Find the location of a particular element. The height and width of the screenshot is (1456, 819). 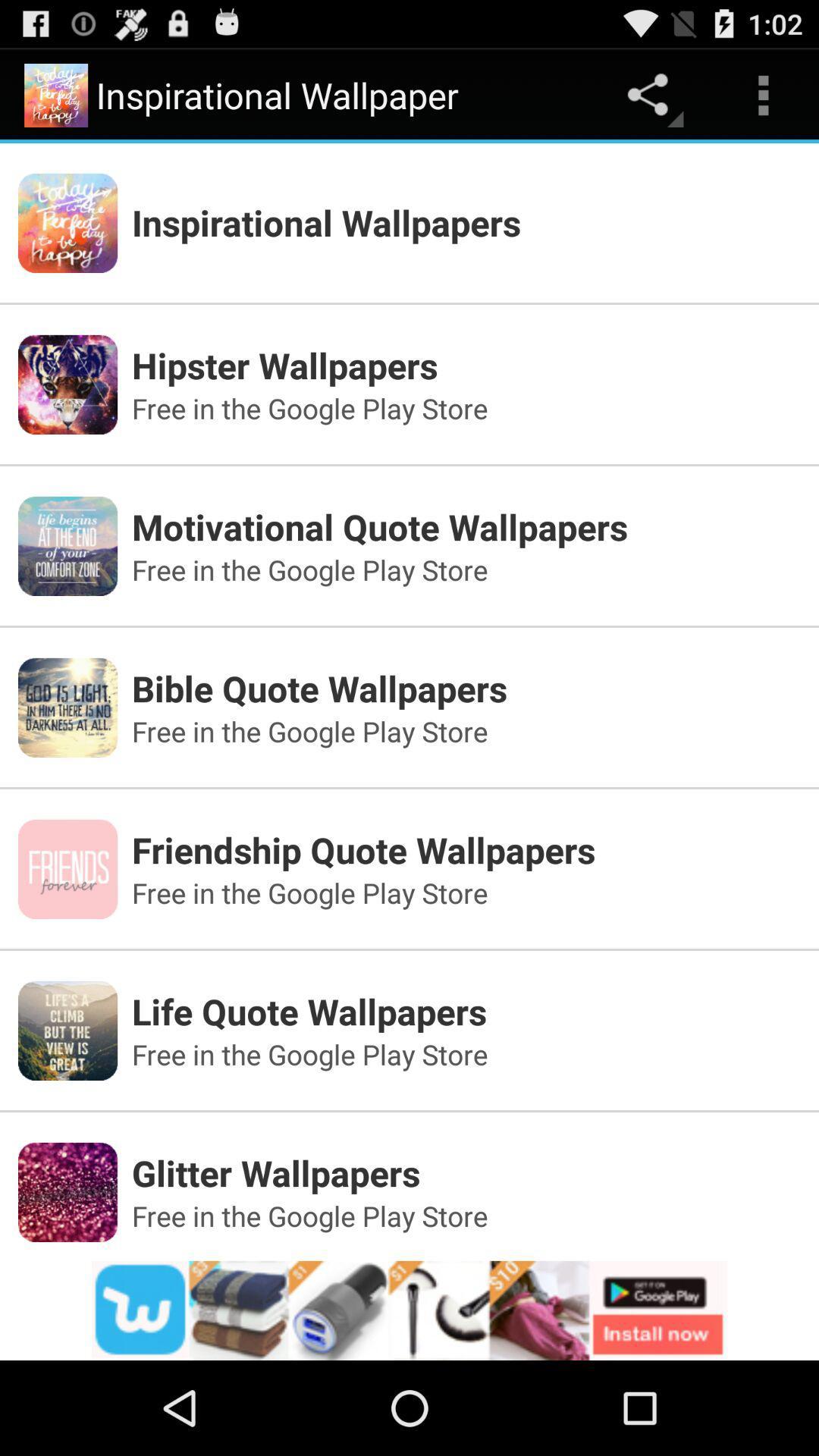

advertisement is located at coordinates (409, 1310).